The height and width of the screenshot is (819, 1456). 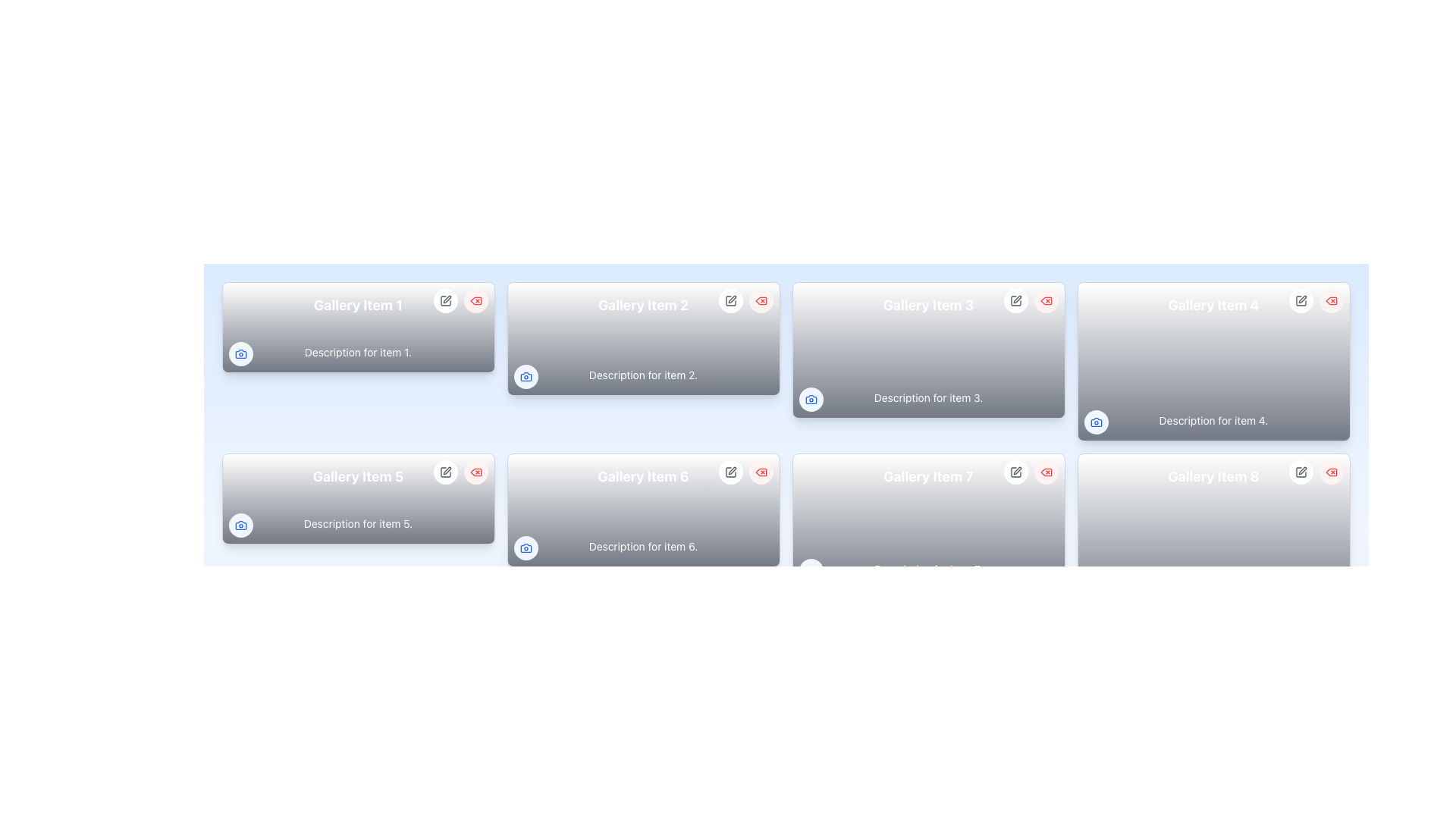 What do you see at coordinates (475, 472) in the screenshot?
I see `the small red trash icon located at the top-right corner of the gallery item card labeled 'Gallery Item 5'` at bounding box center [475, 472].